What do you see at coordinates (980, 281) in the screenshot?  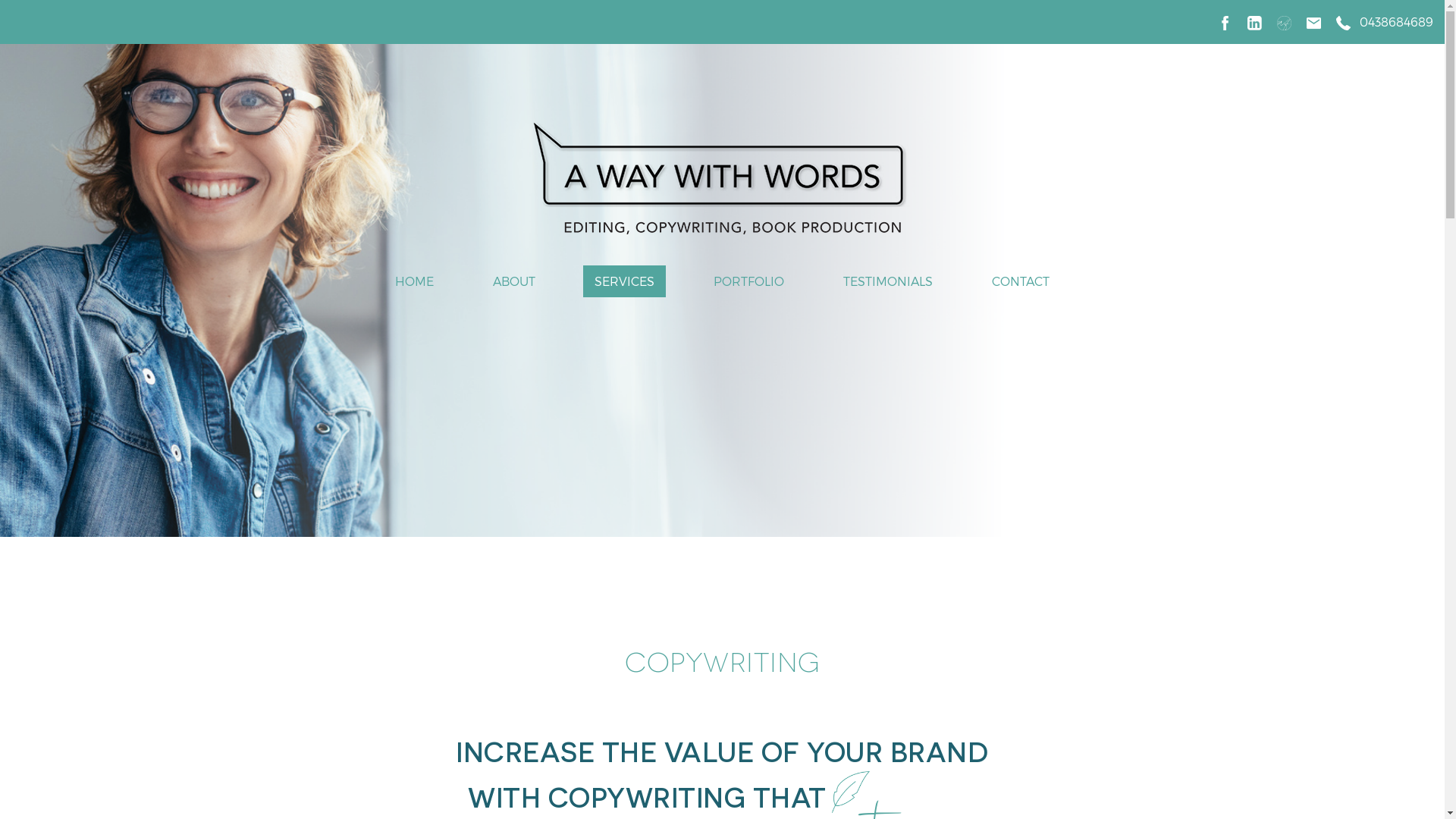 I see `'CONTACT'` at bounding box center [980, 281].